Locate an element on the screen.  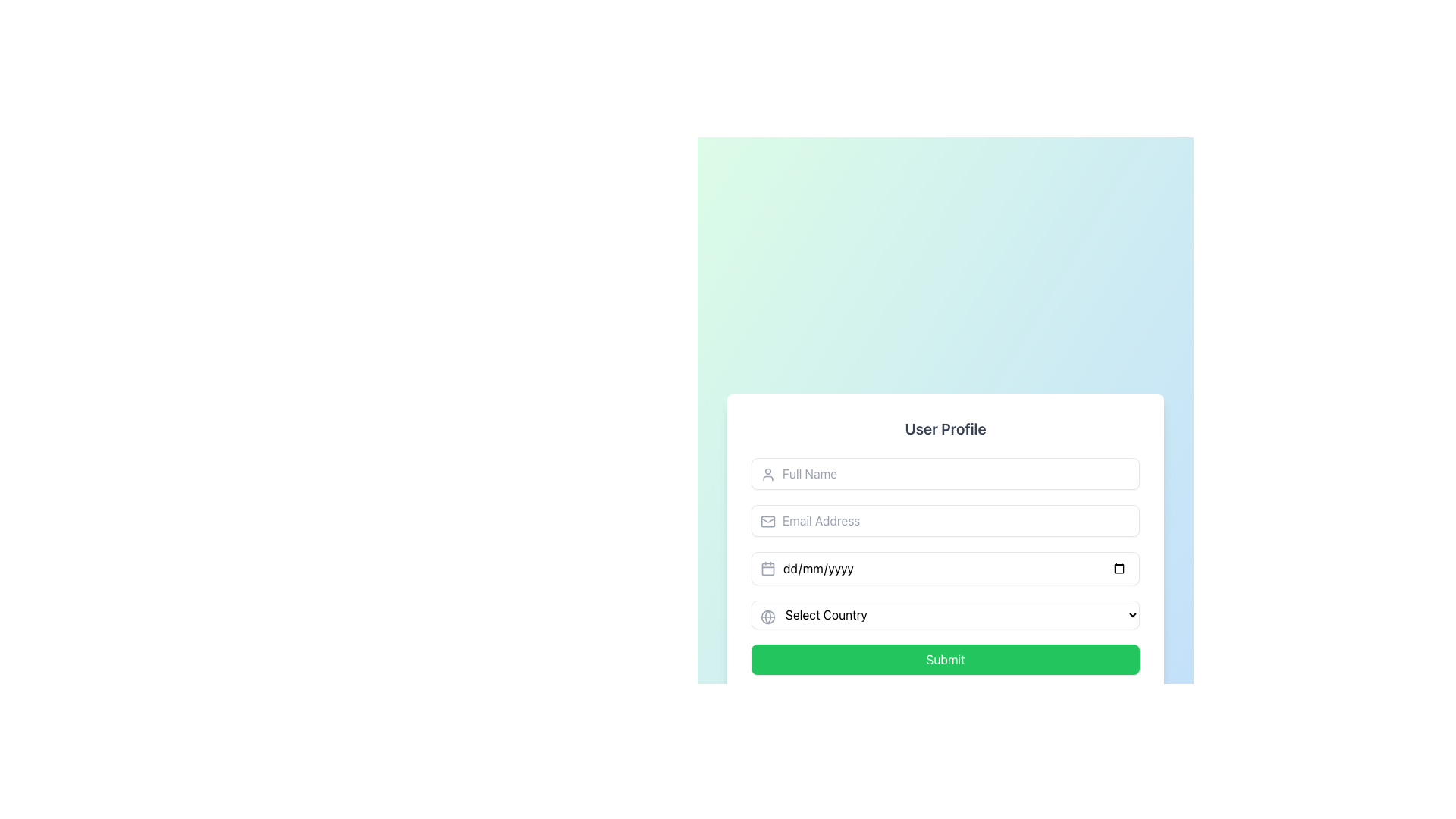
the SVG icon indicating the 'Full Name' input field, located at the far left side near the top edge of the field is located at coordinates (767, 473).